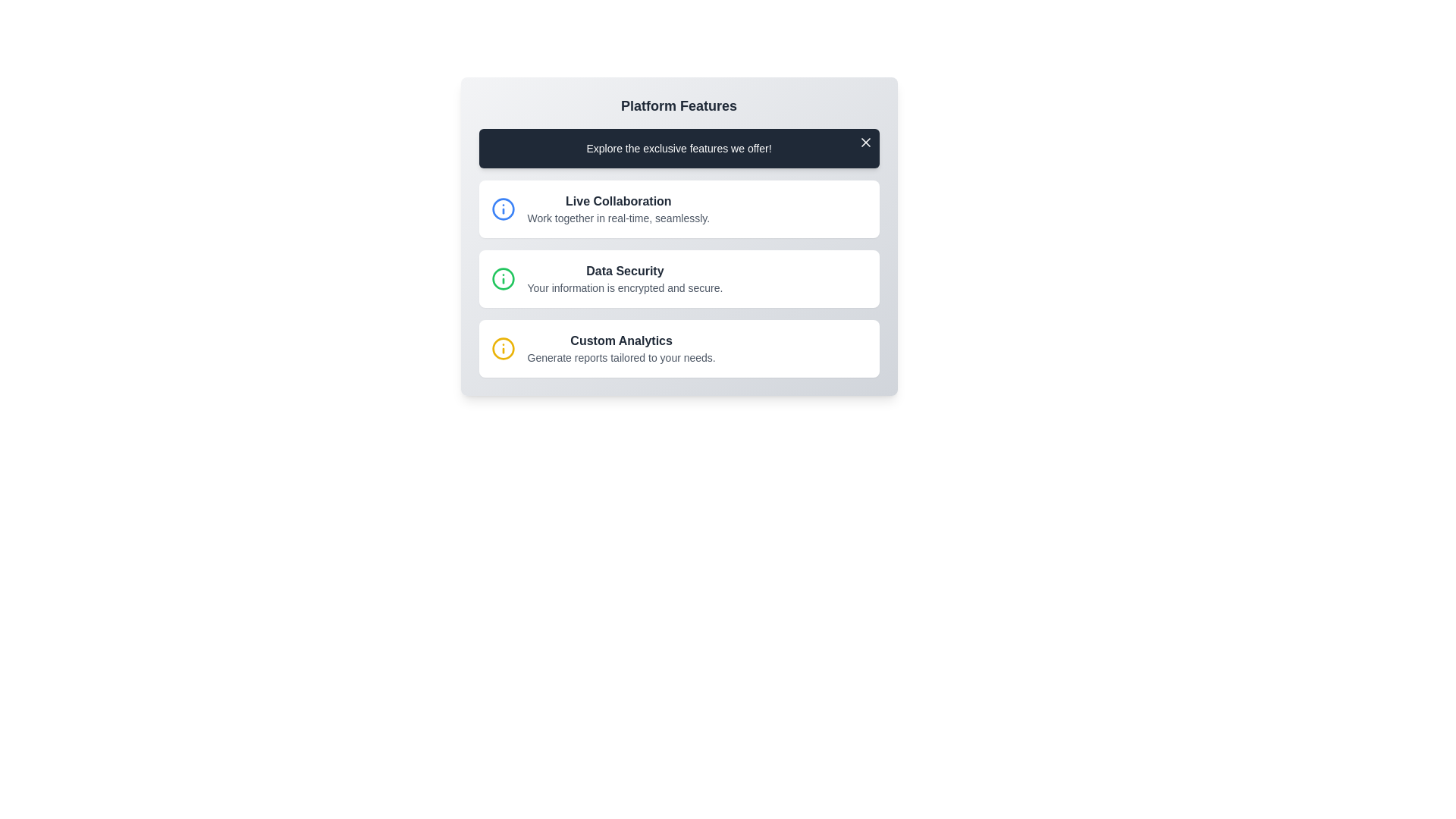 This screenshot has height=819, width=1456. I want to click on the 'X' icon close button located in the top-right corner of the header section, so click(865, 143).